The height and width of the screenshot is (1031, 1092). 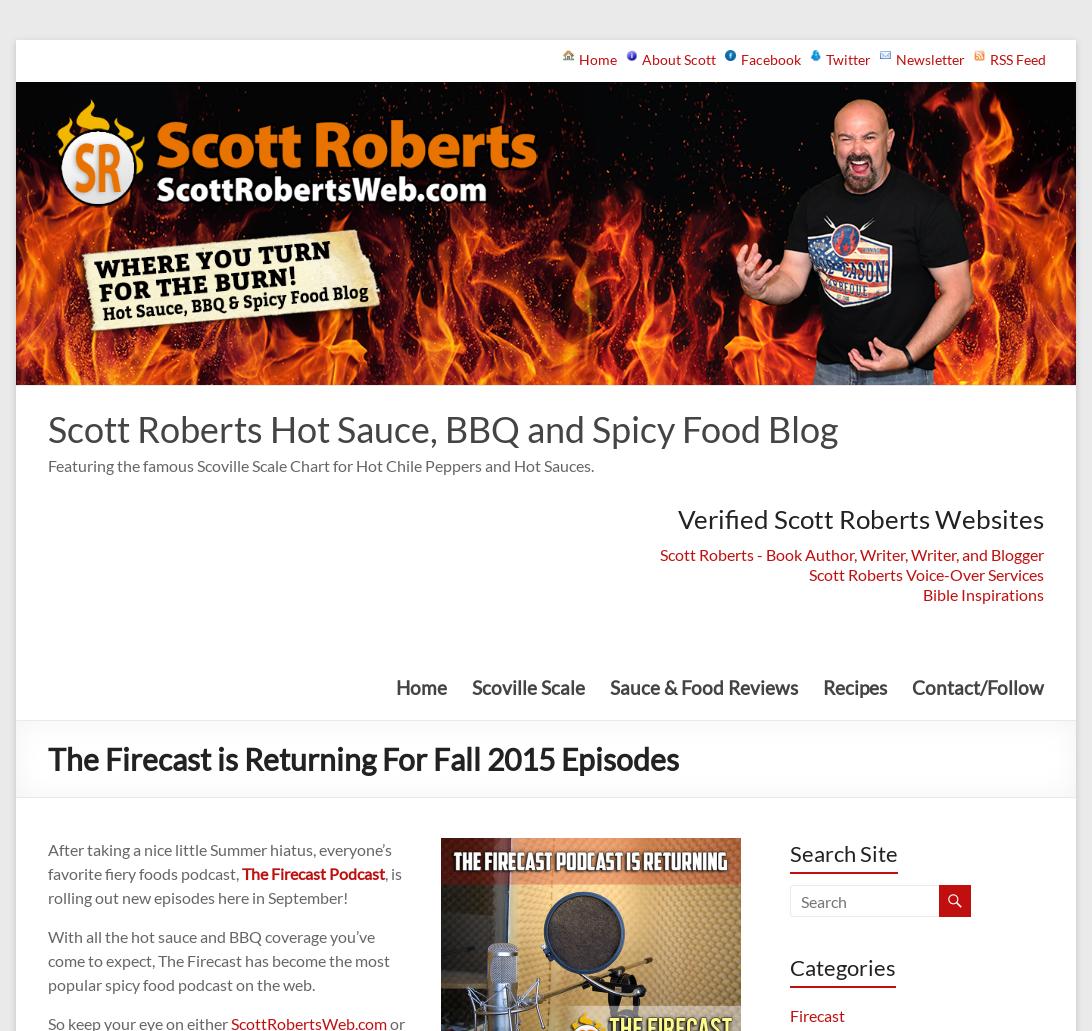 What do you see at coordinates (854, 686) in the screenshot?
I see `'Recipes'` at bounding box center [854, 686].